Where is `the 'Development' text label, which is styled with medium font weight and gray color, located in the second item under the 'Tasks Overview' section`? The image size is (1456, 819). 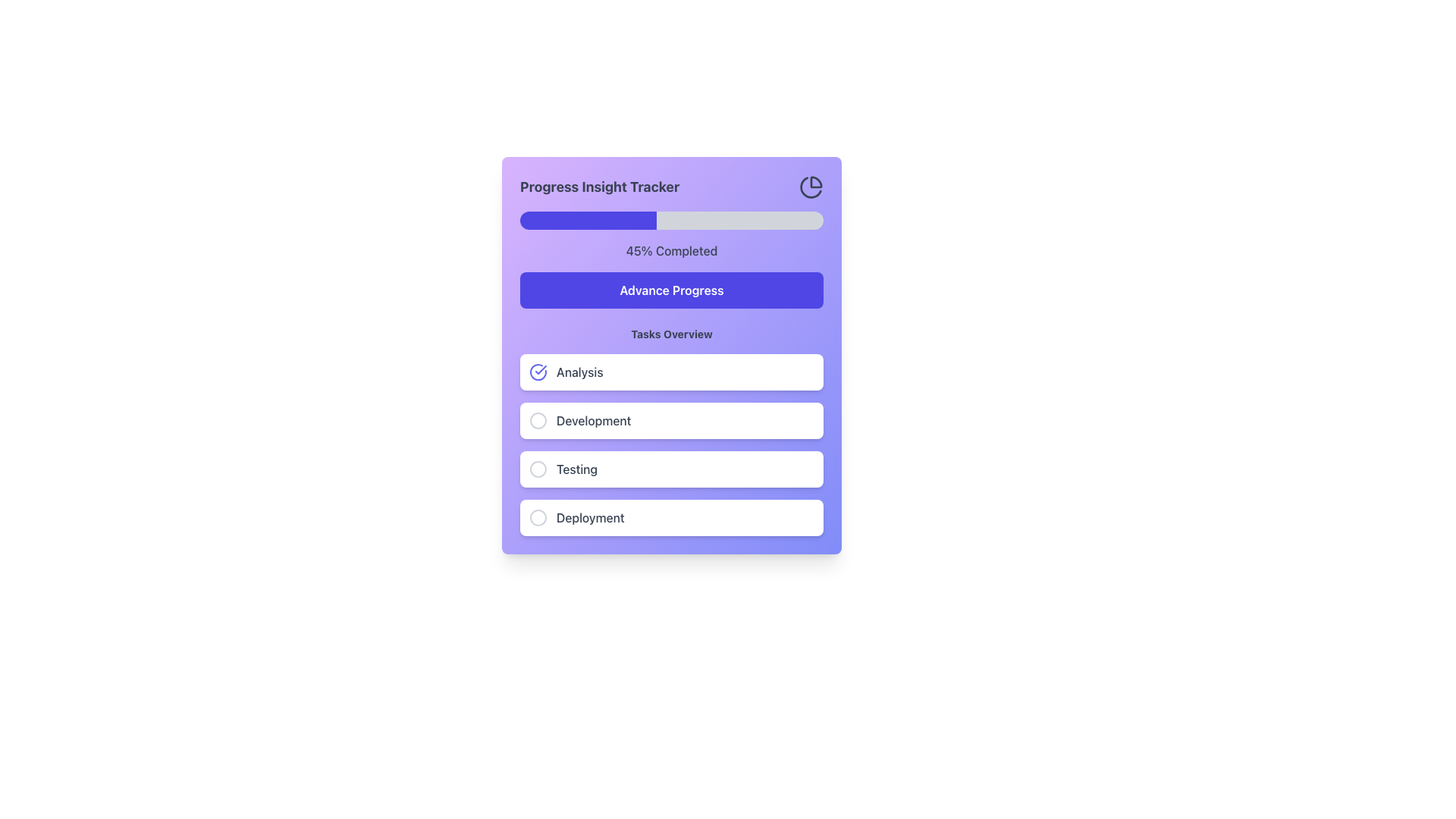 the 'Development' text label, which is styled with medium font weight and gray color, located in the second item under the 'Tasks Overview' section is located at coordinates (593, 421).